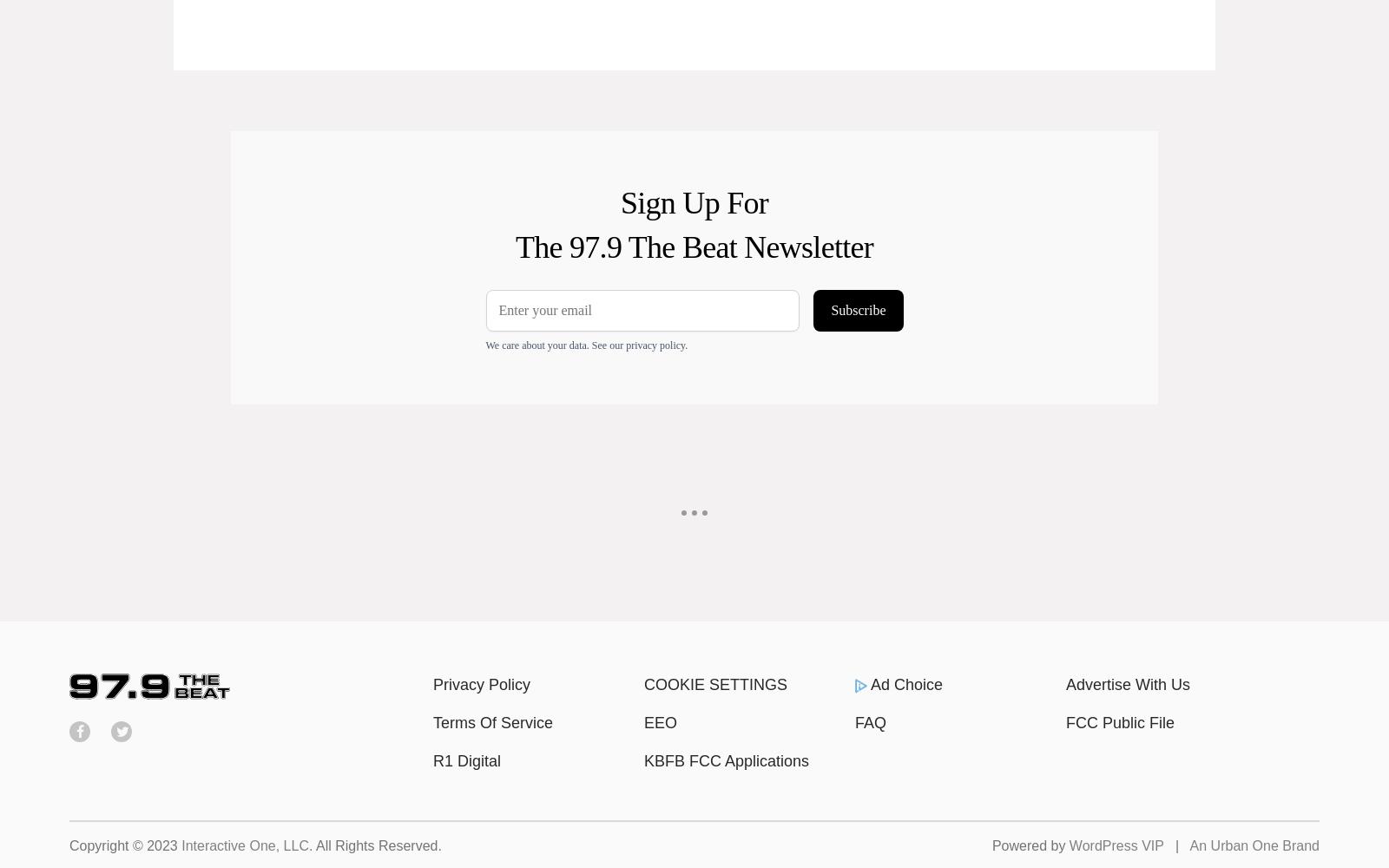  Describe the element at coordinates (1175, 845) in the screenshot. I see `'|'` at that location.